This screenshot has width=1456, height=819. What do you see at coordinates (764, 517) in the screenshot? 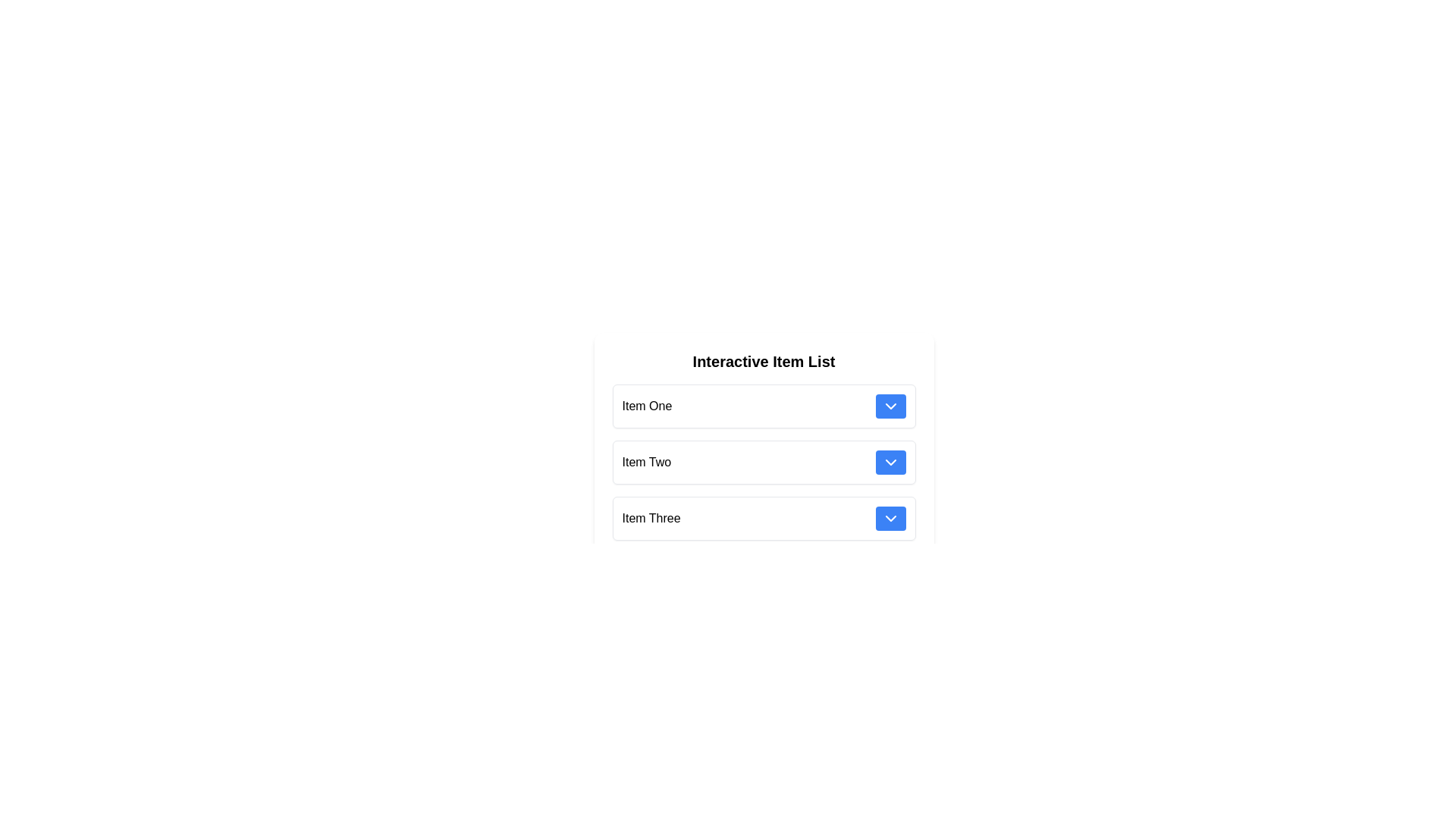
I see `the selectable list item labeled 'Item Three' for keyboard navigation` at bounding box center [764, 517].